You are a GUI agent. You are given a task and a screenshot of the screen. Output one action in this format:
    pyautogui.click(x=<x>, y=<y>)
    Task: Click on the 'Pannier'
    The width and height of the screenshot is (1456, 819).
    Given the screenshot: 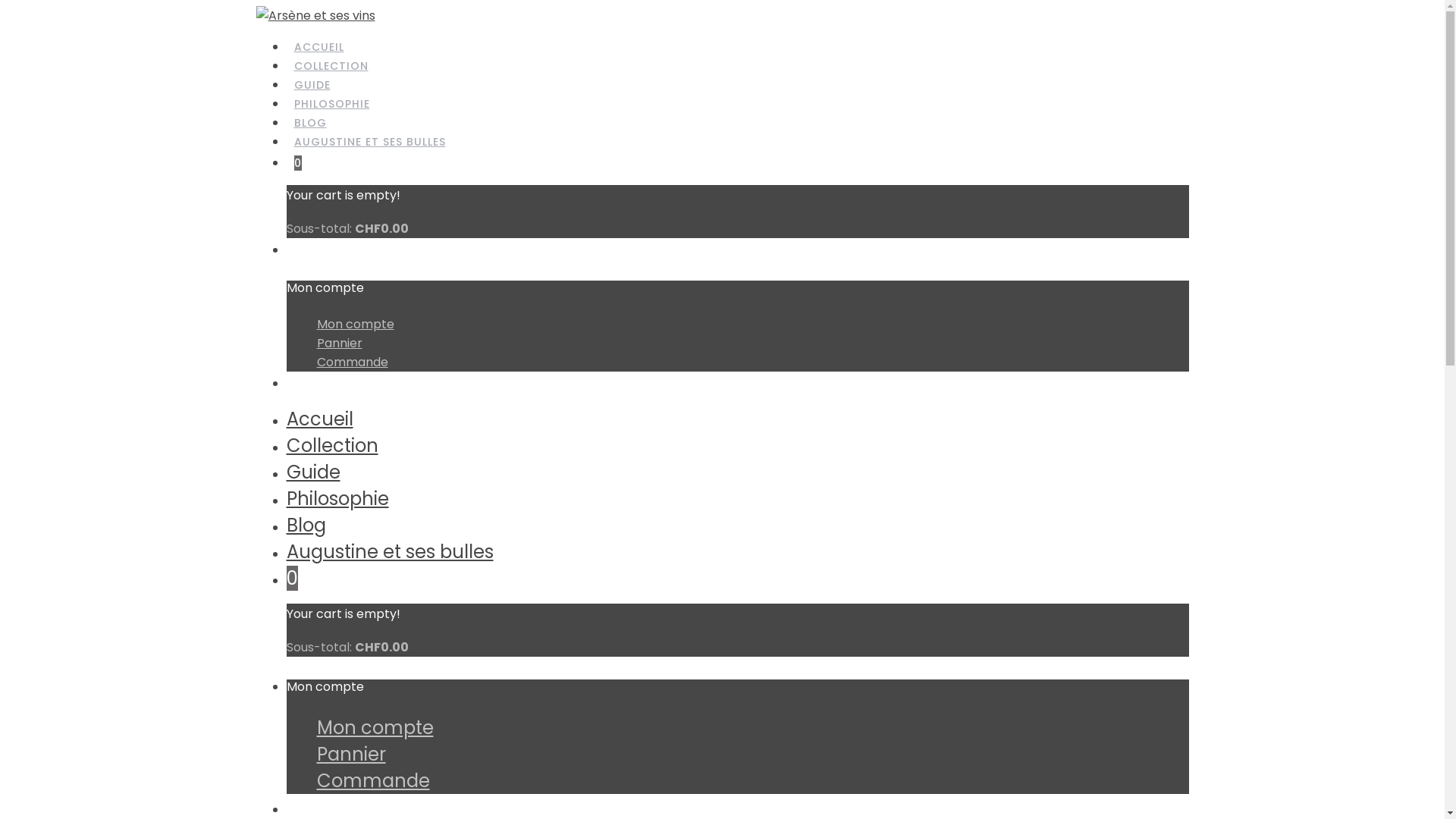 What is the action you would take?
    pyautogui.click(x=350, y=754)
    